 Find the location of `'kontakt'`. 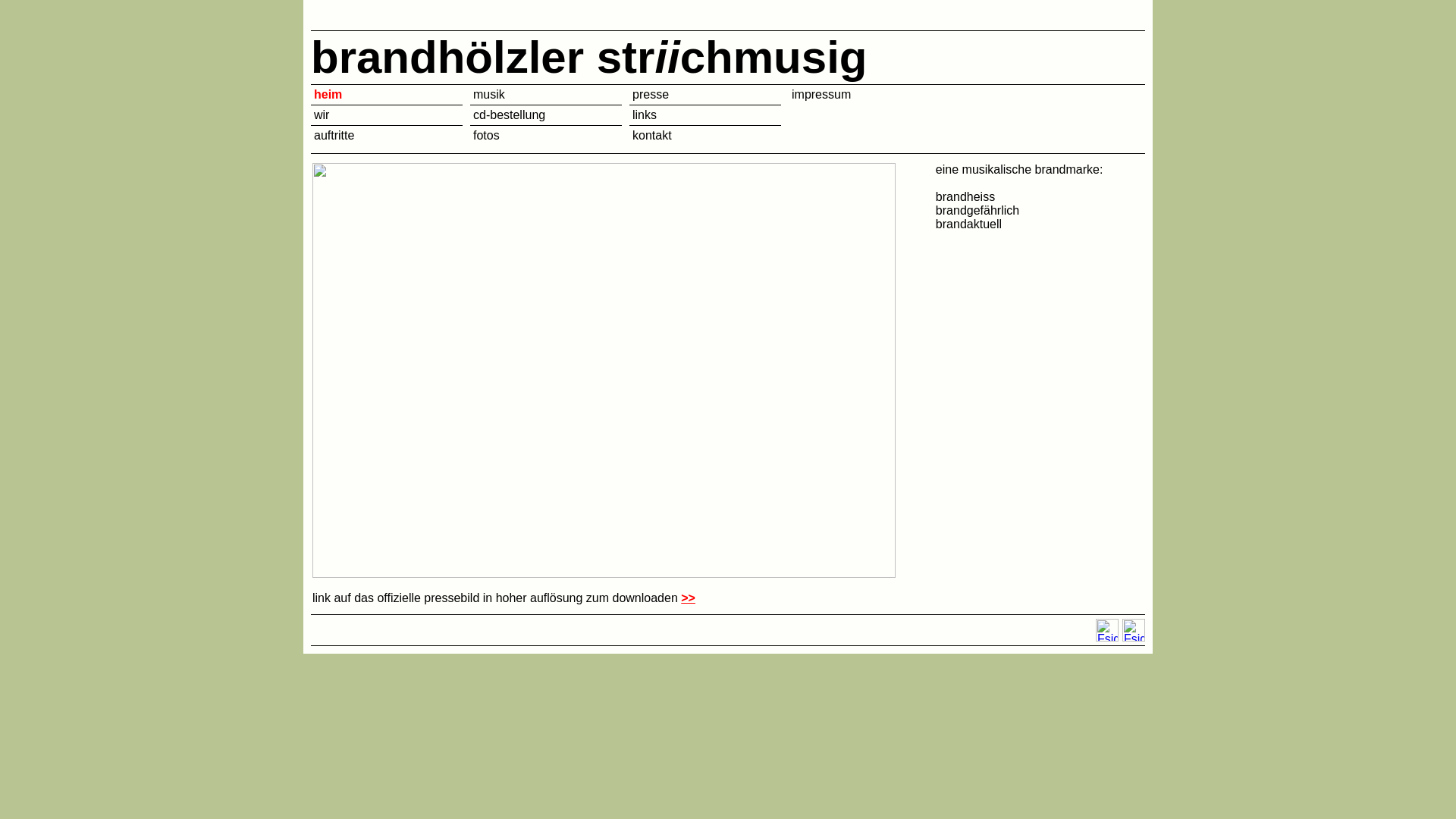

'kontakt' is located at coordinates (632, 134).